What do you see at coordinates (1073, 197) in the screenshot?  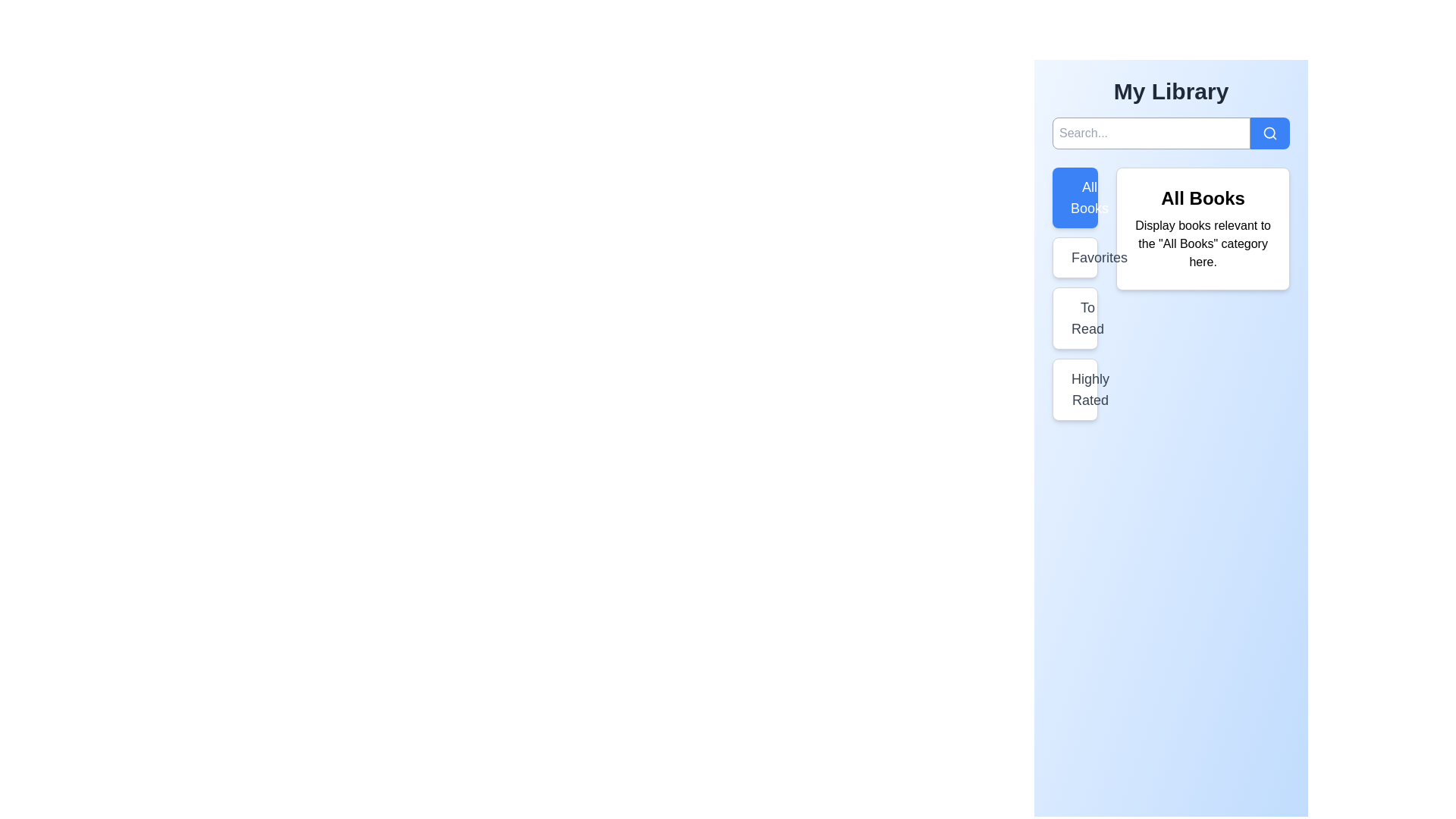 I see `the 'All Books' icon in the sidebar menu, which is located to the left of its corresponding label text` at bounding box center [1073, 197].